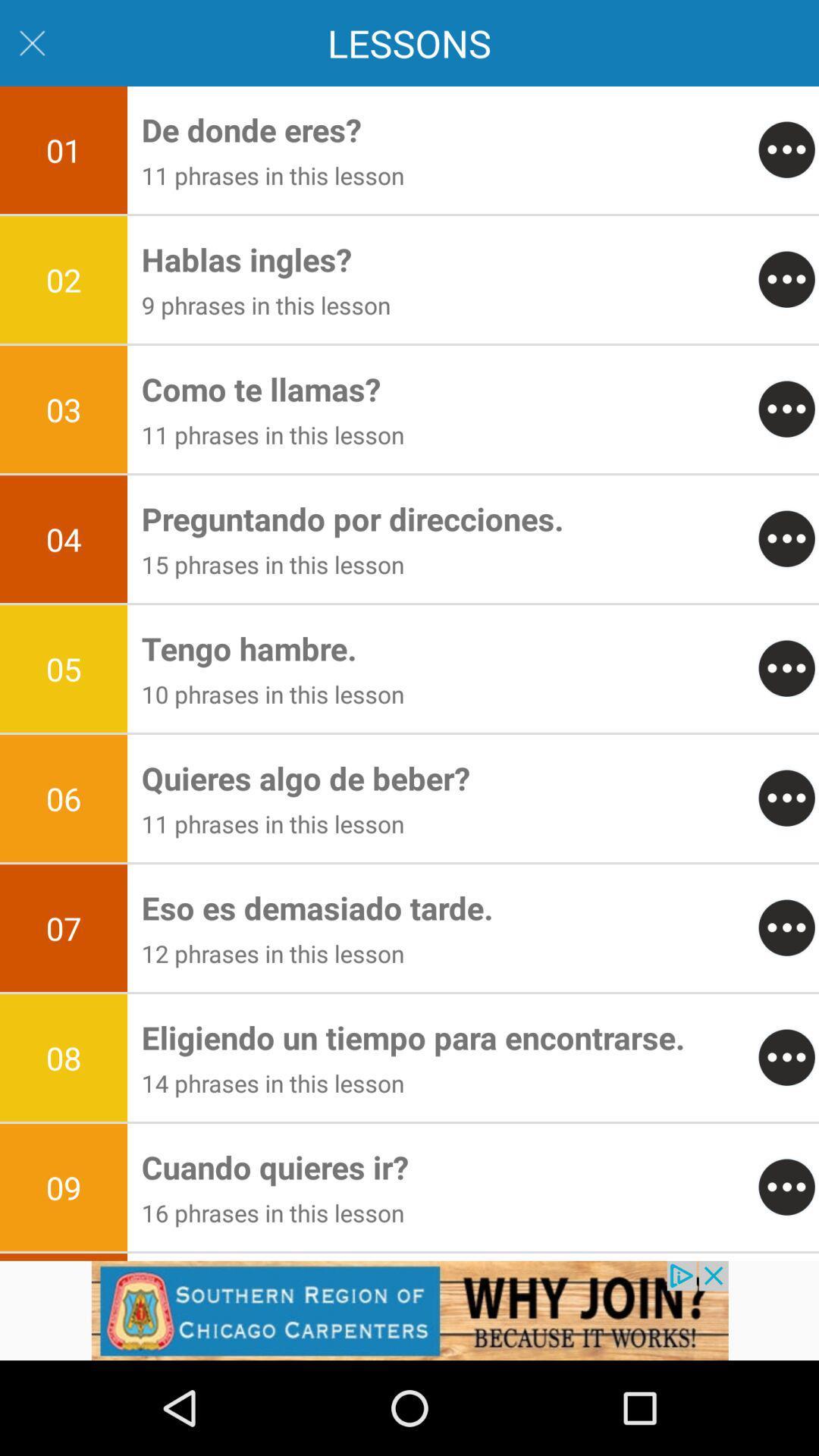 Image resolution: width=819 pixels, height=1456 pixels. Describe the element at coordinates (32, 43) in the screenshot. I see `the close icon` at that location.